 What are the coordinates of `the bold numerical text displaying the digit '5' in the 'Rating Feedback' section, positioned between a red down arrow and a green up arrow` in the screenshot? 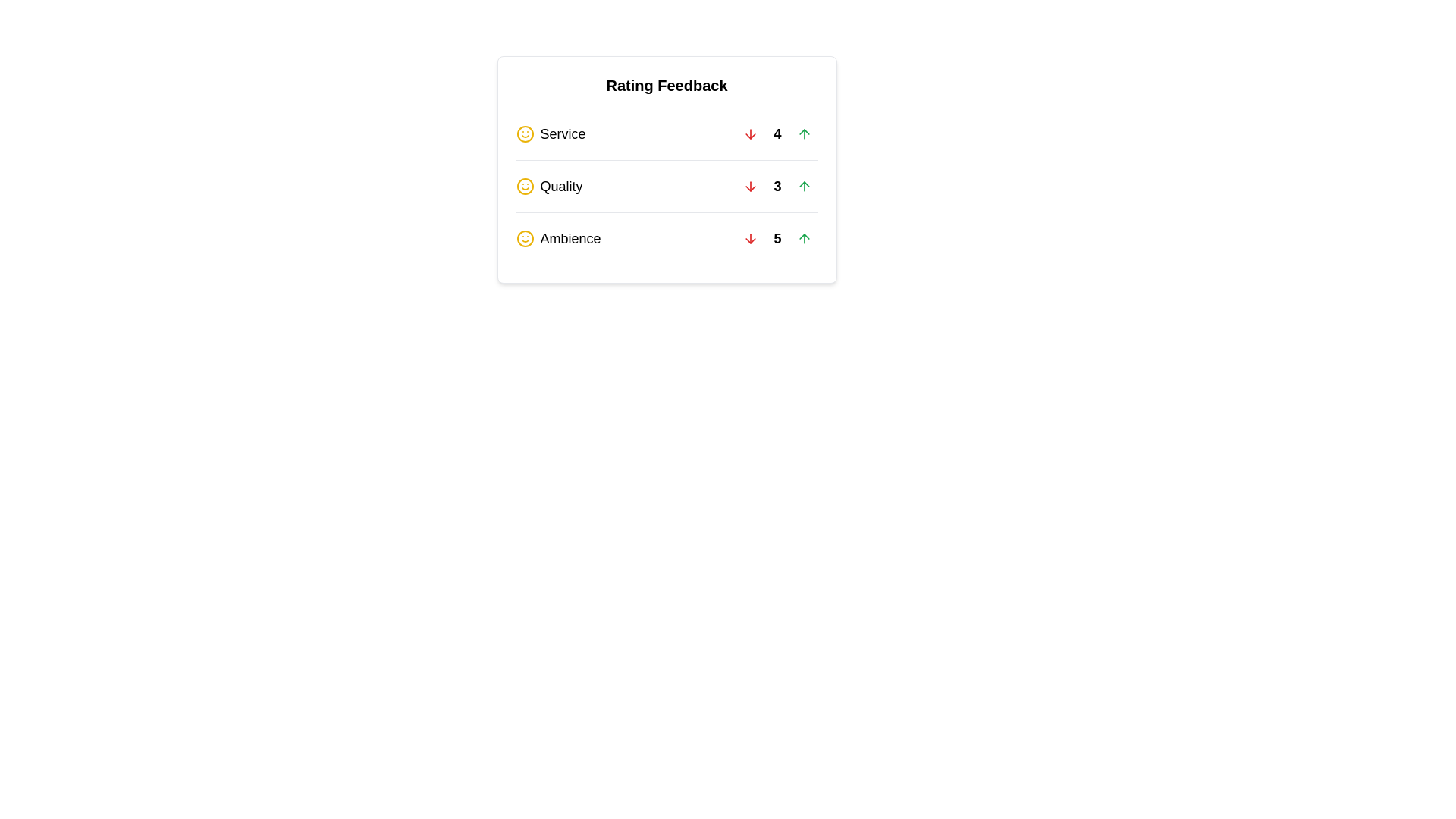 It's located at (777, 239).